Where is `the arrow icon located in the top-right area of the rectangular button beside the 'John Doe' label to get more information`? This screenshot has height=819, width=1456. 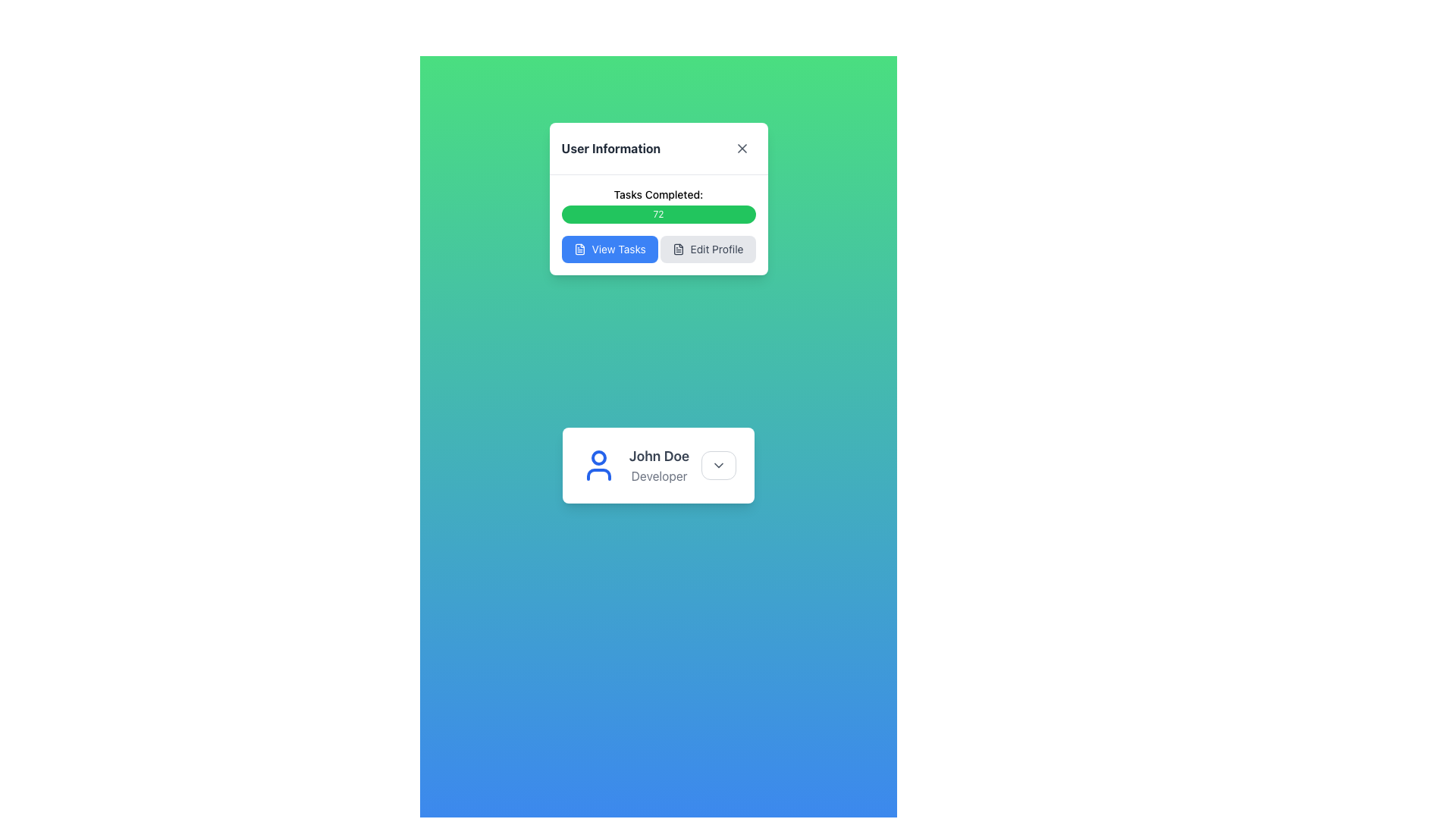 the arrow icon located in the top-right area of the rectangular button beside the 'John Doe' label to get more information is located at coordinates (718, 464).